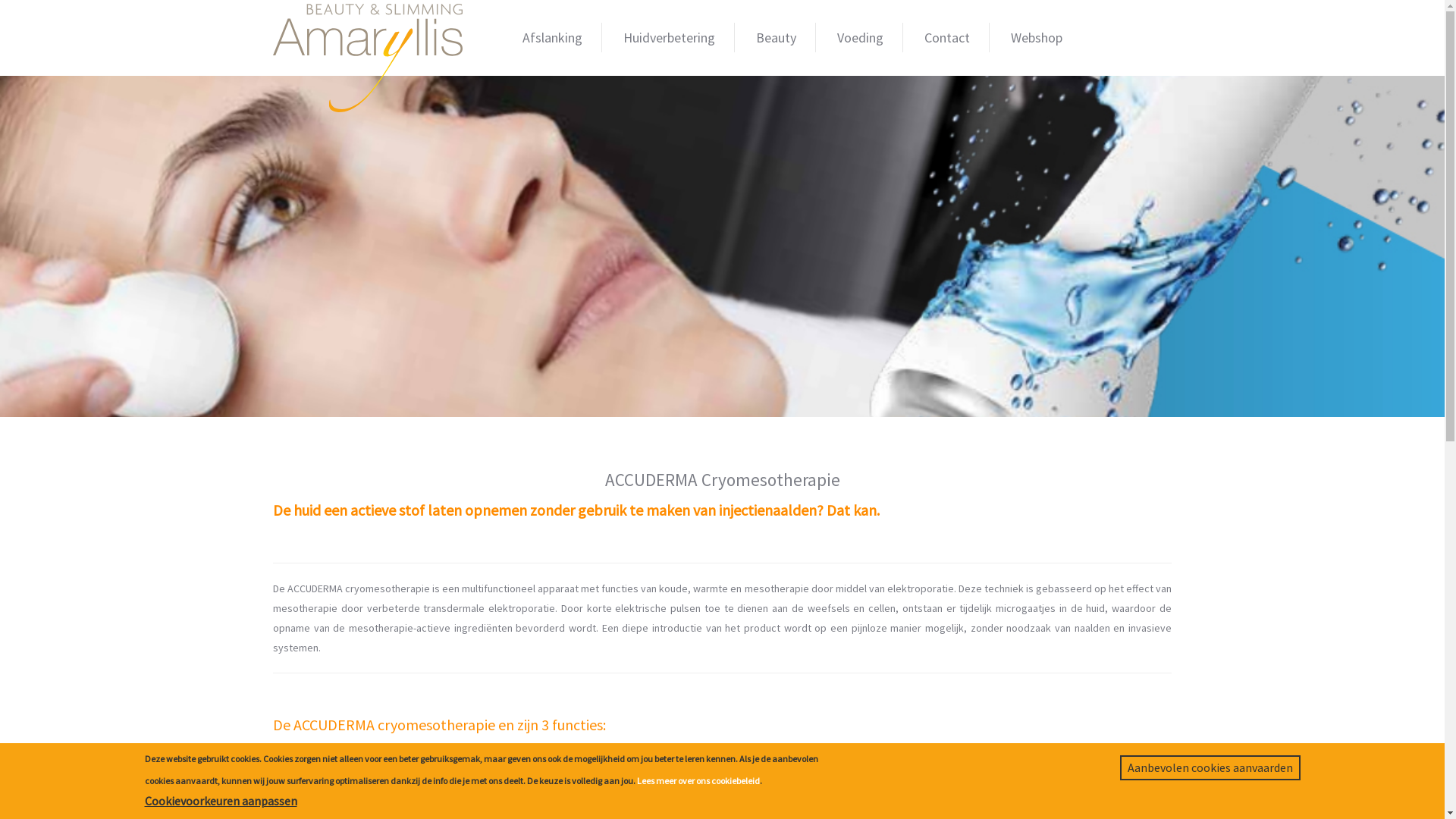 The width and height of the screenshot is (1456, 819). What do you see at coordinates (144, 800) in the screenshot?
I see `'Cookievoorkeuren aanpassen'` at bounding box center [144, 800].